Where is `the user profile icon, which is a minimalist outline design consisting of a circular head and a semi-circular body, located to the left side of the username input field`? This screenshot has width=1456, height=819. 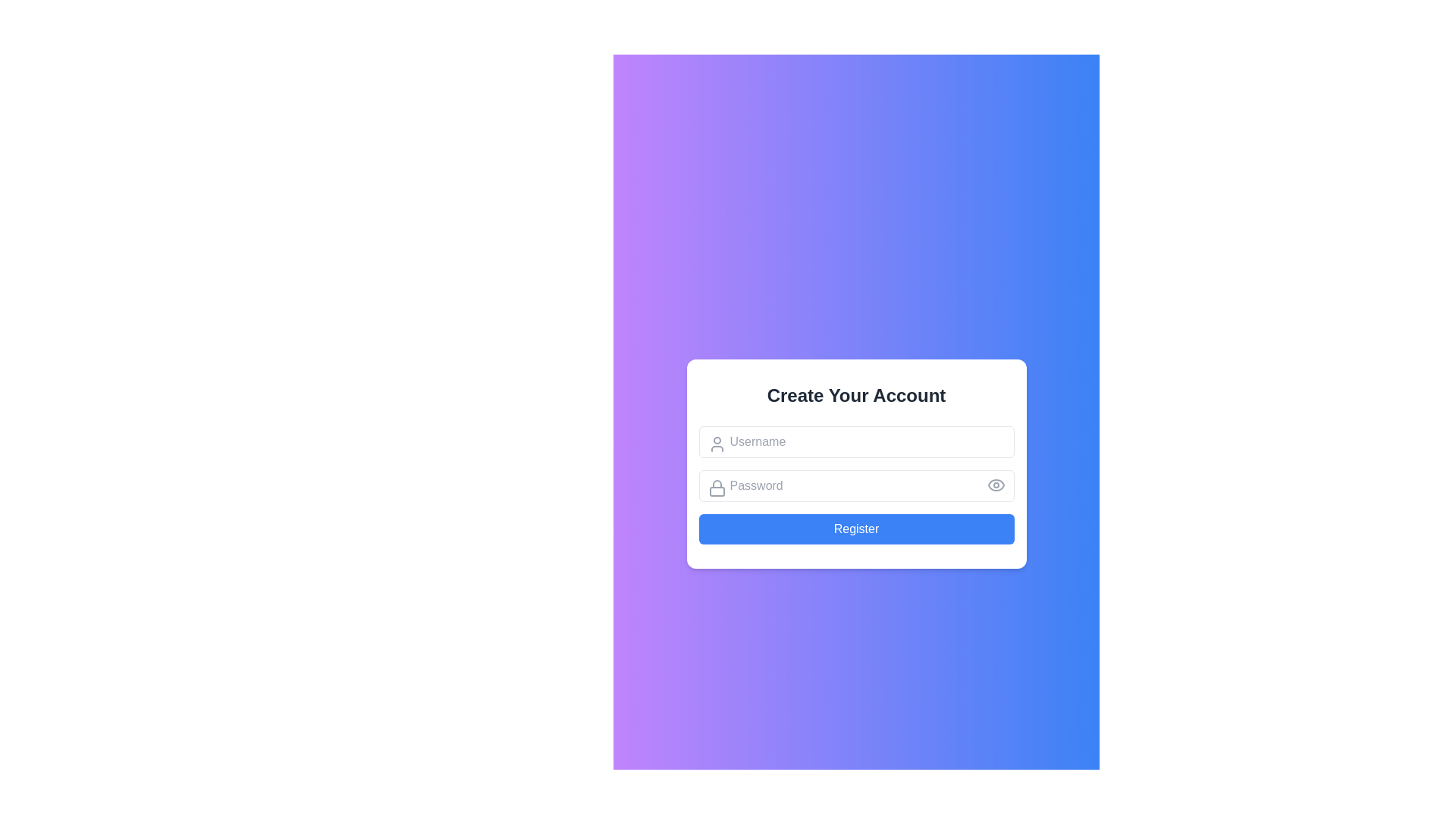 the user profile icon, which is a minimalist outline design consisting of a circular head and a semi-circular body, located to the left side of the username input field is located at coordinates (716, 444).